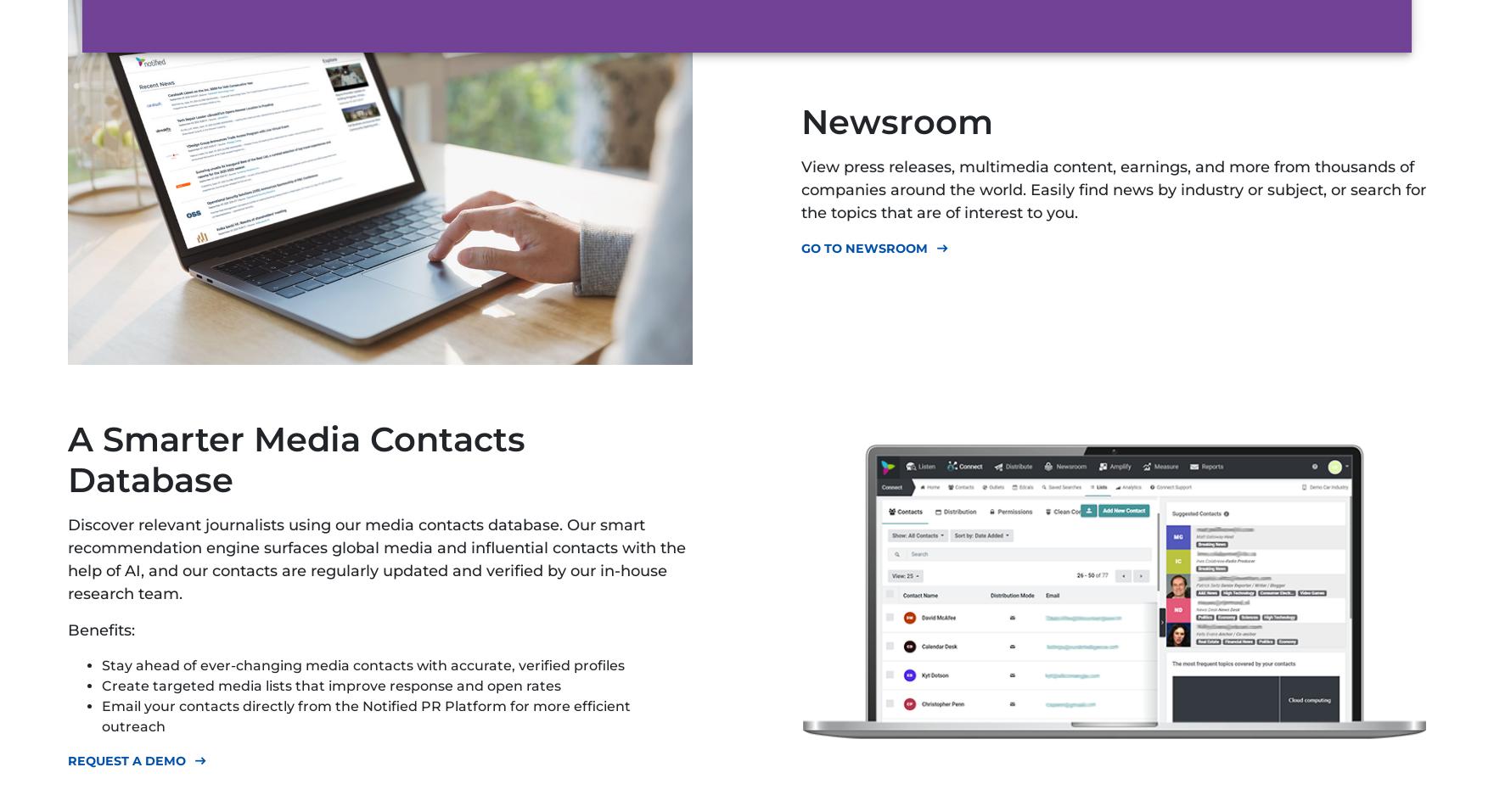 The image size is (1494, 812). Describe the element at coordinates (365, 714) in the screenshot. I see `'Email your contacts directly from the Notified PR Platform for more efficient outreach'` at that location.